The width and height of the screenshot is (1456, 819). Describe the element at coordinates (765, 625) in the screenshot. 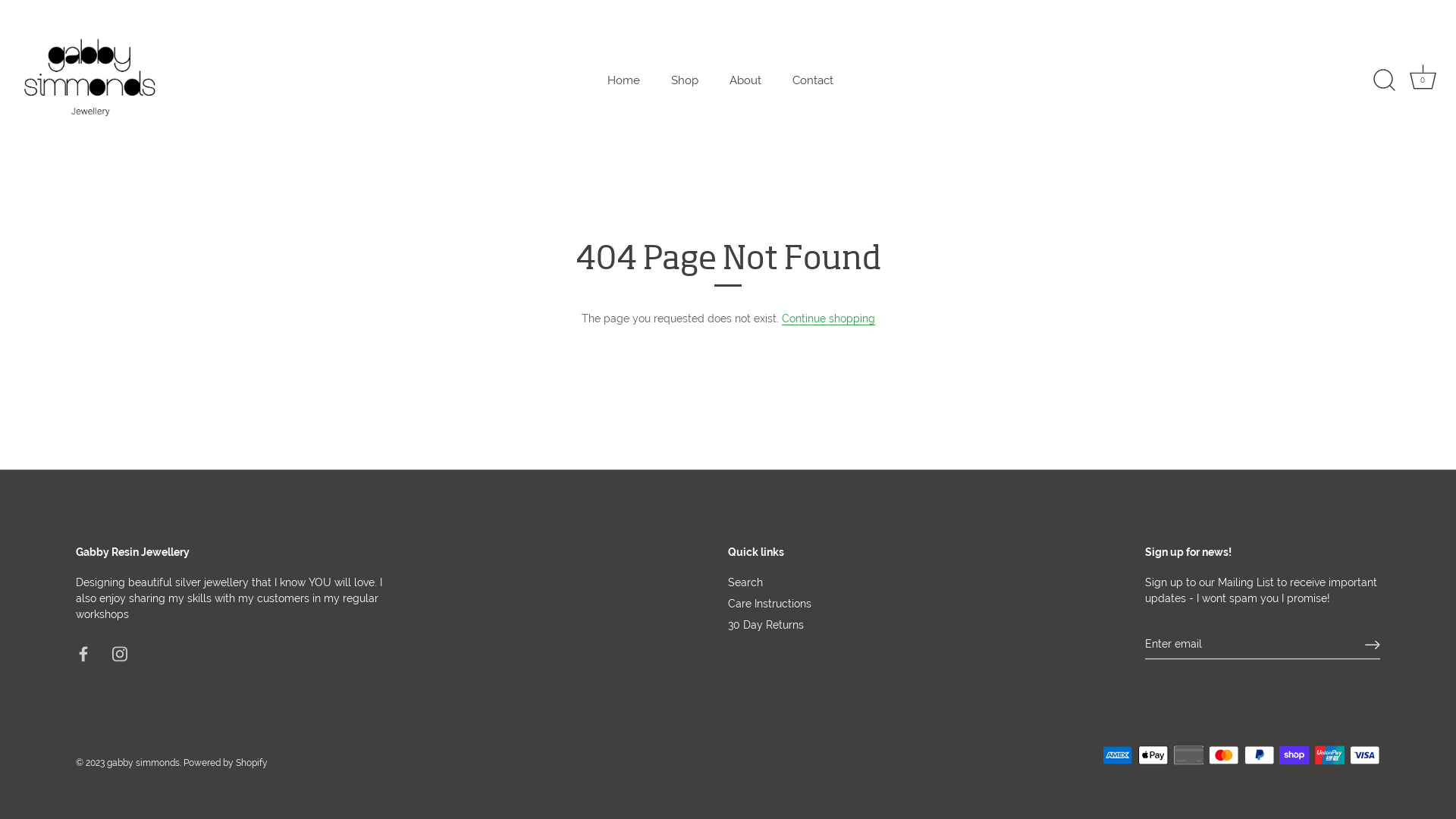

I see `'30 Day Returns'` at that location.